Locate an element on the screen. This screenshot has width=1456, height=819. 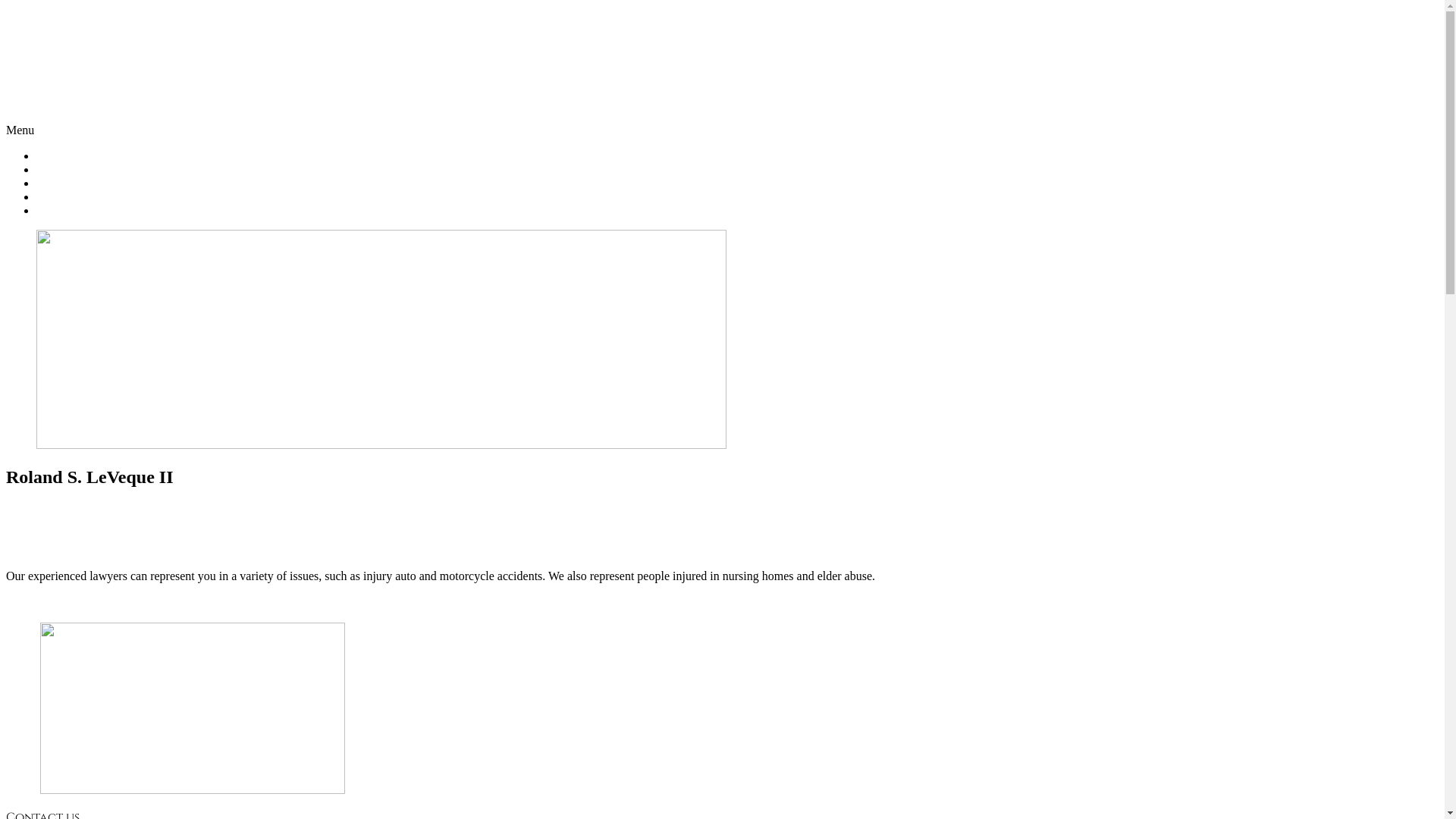
'Menu' is located at coordinates (20, 129).